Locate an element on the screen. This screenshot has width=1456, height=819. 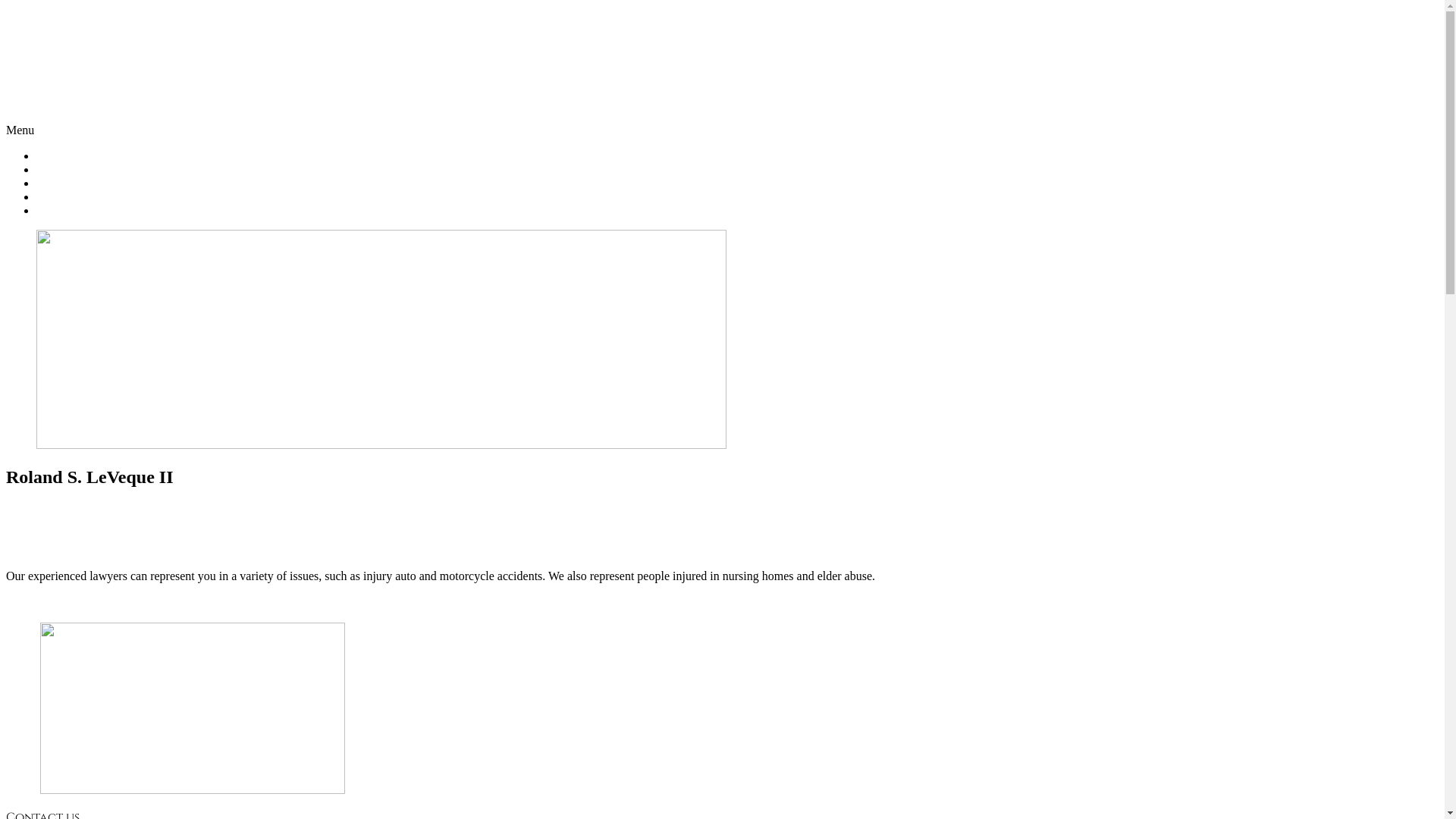
'Menu' is located at coordinates (20, 129).